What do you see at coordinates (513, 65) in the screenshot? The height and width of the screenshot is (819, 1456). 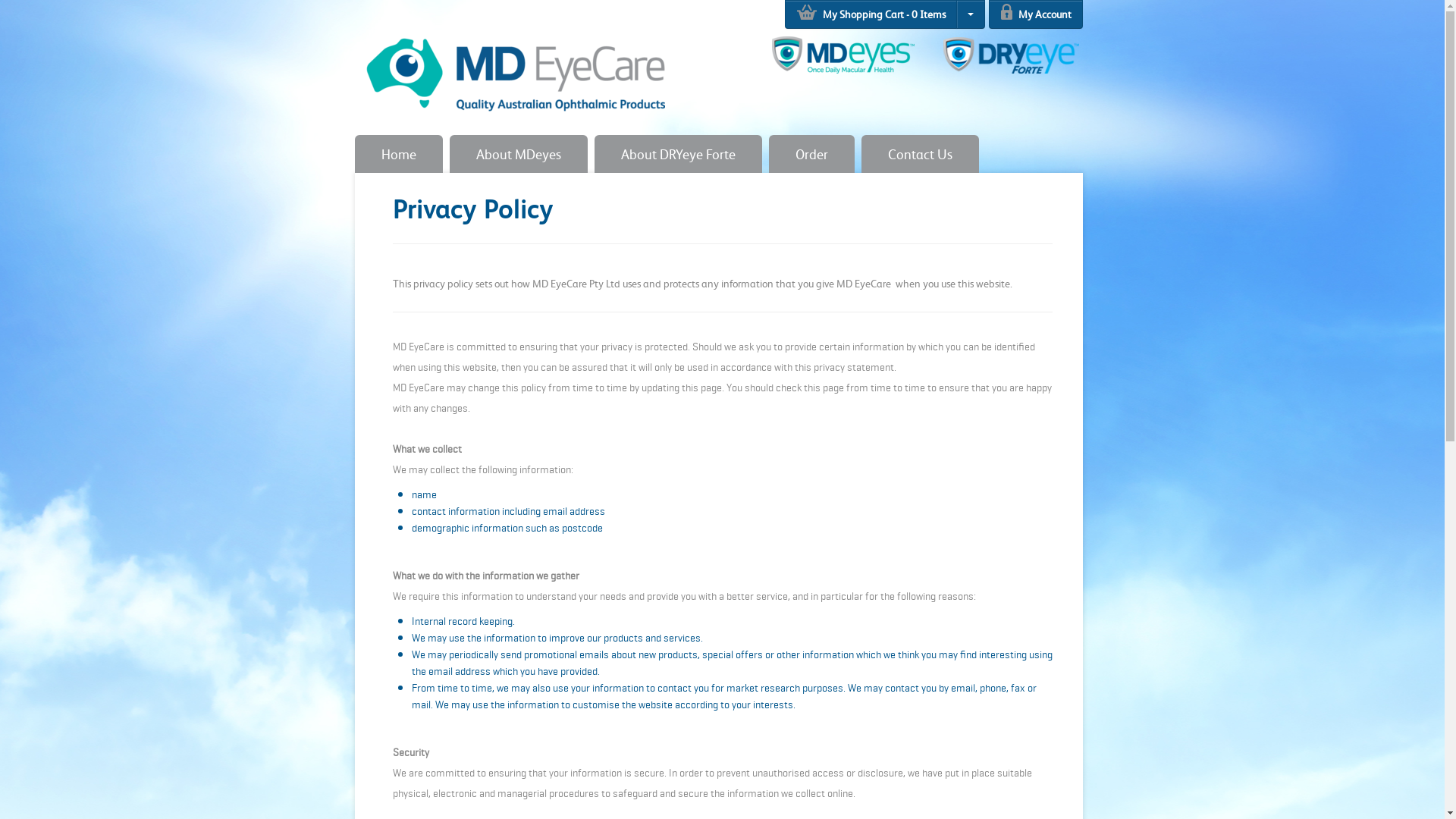 I see `'MD EyeCare'` at bounding box center [513, 65].